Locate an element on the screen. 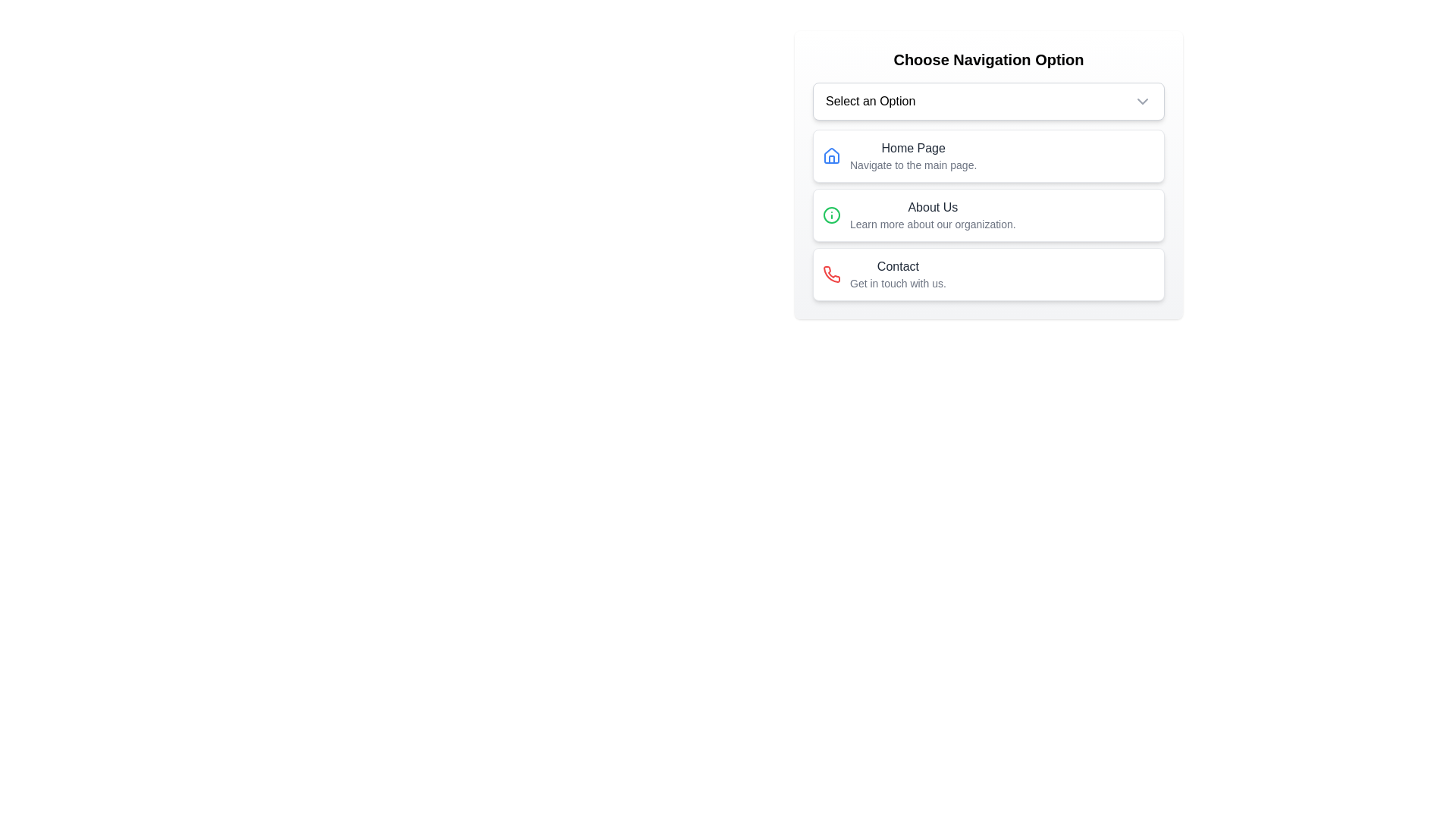 The width and height of the screenshot is (1456, 819). text label 'Contact' which is styled in medium-weight font and dark gray color, located in the third card of a vertical list, above the smaller text 'Get in touch with us.' is located at coordinates (898, 265).